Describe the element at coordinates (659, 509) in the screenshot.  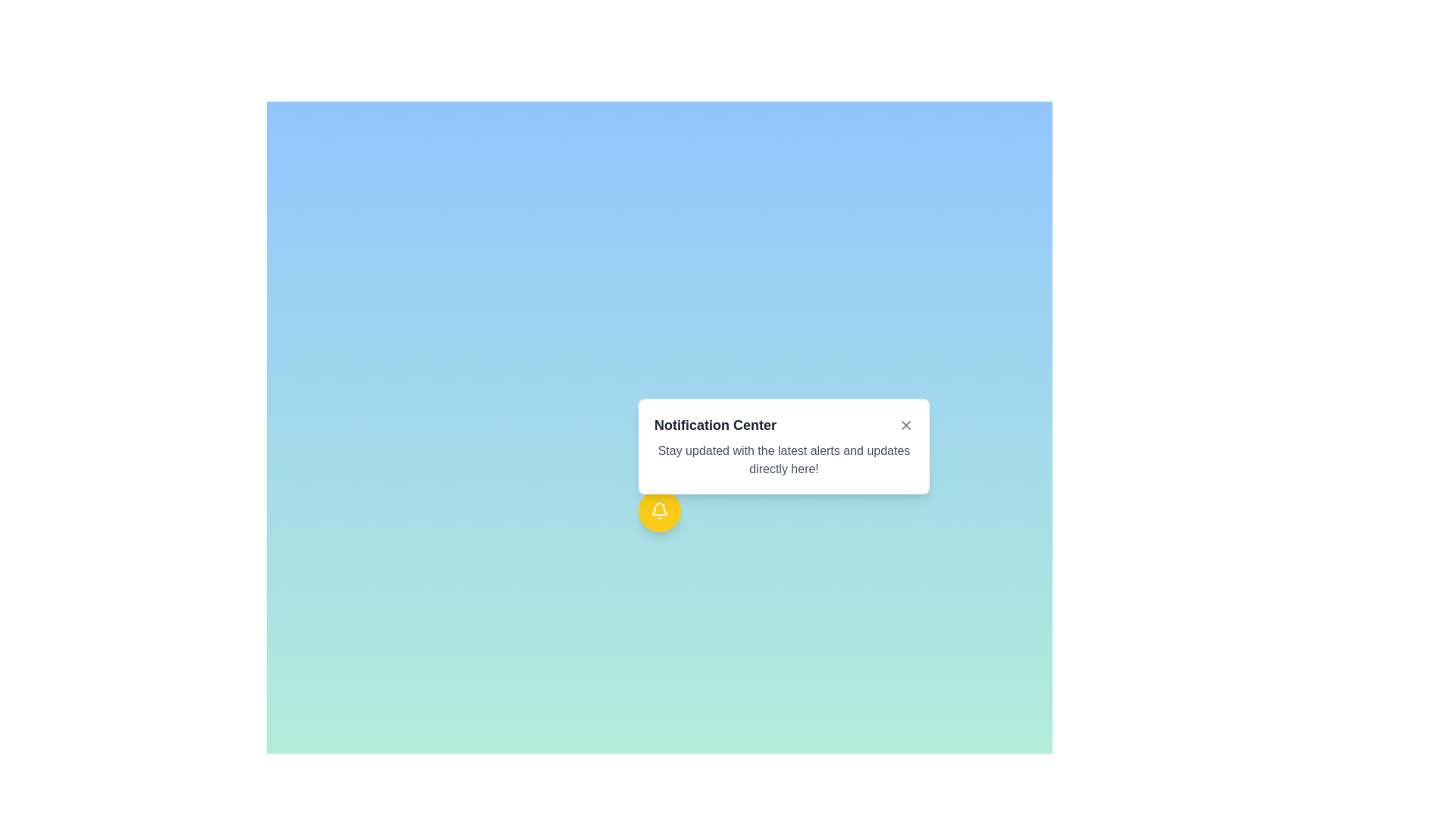
I see `the bell icon, which serves as a visual indicator for notifications` at that location.